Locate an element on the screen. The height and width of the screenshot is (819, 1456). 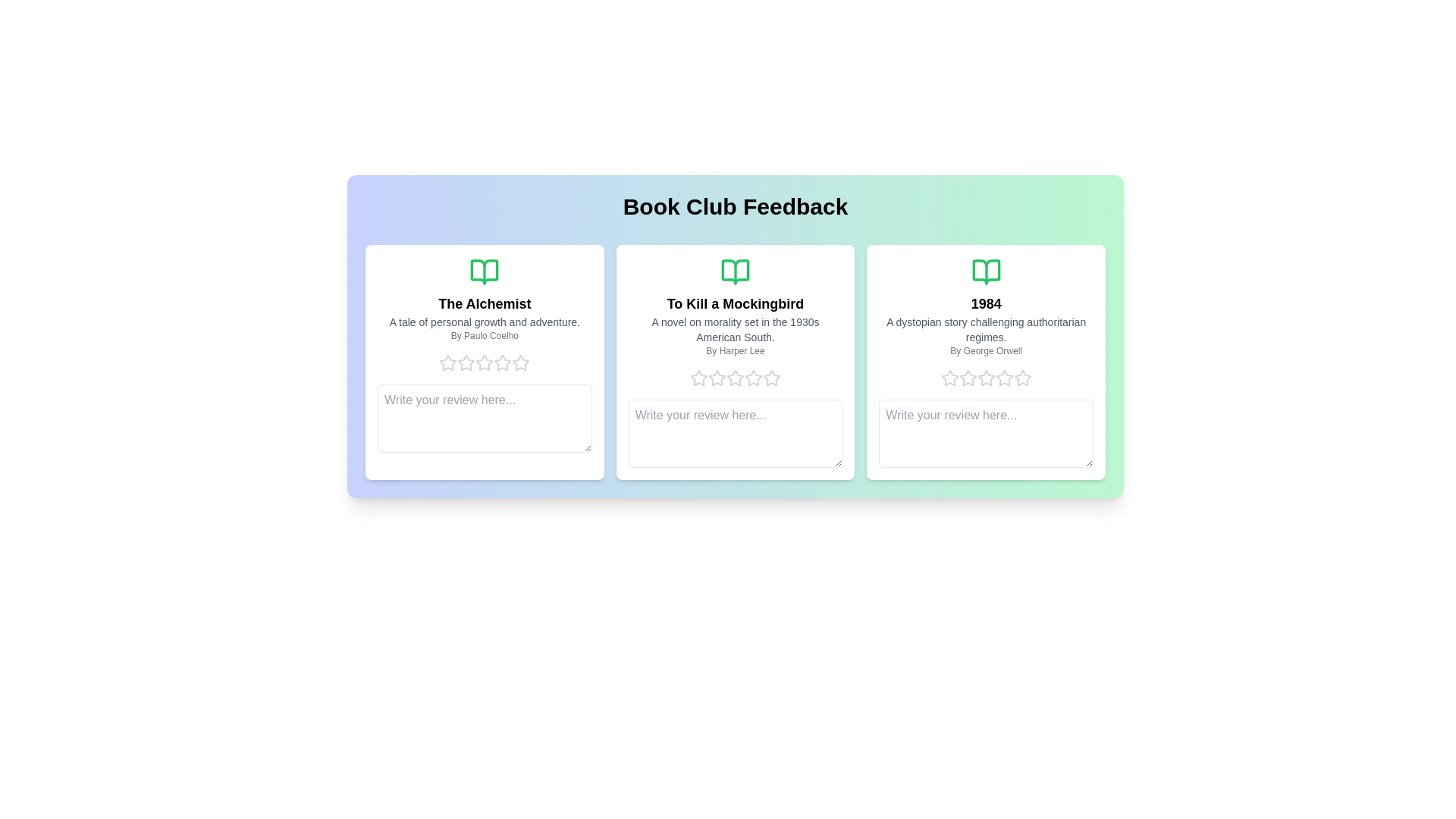
the second descriptive text that provides a synopsis of the book 'To Kill a Mockingbird', located between the title and the author's name in the second card is located at coordinates (735, 329).